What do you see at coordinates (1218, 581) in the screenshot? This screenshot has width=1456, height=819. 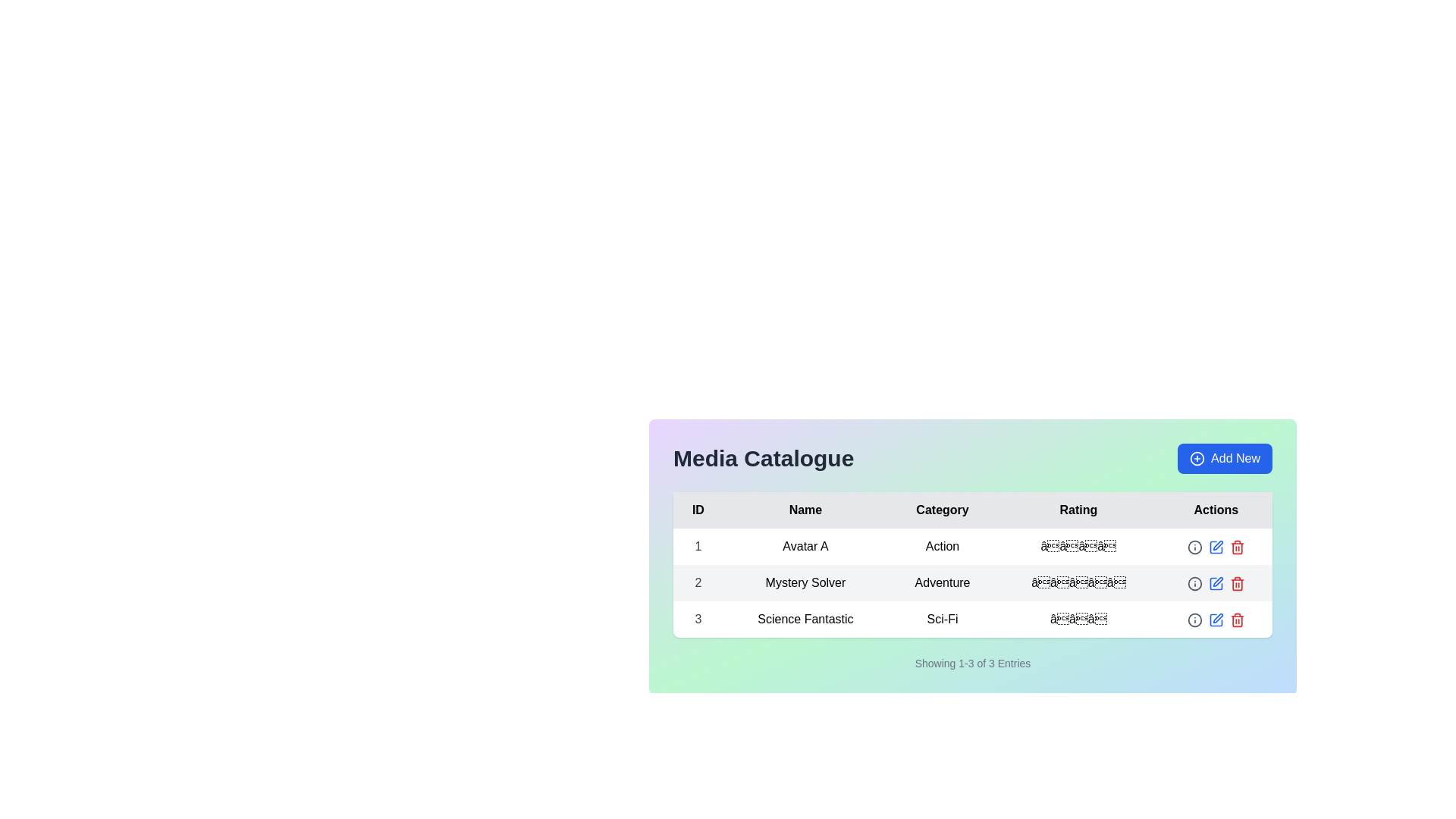 I see `the second icon in the 'Actions' column of the table` at bounding box center [1218, 581].